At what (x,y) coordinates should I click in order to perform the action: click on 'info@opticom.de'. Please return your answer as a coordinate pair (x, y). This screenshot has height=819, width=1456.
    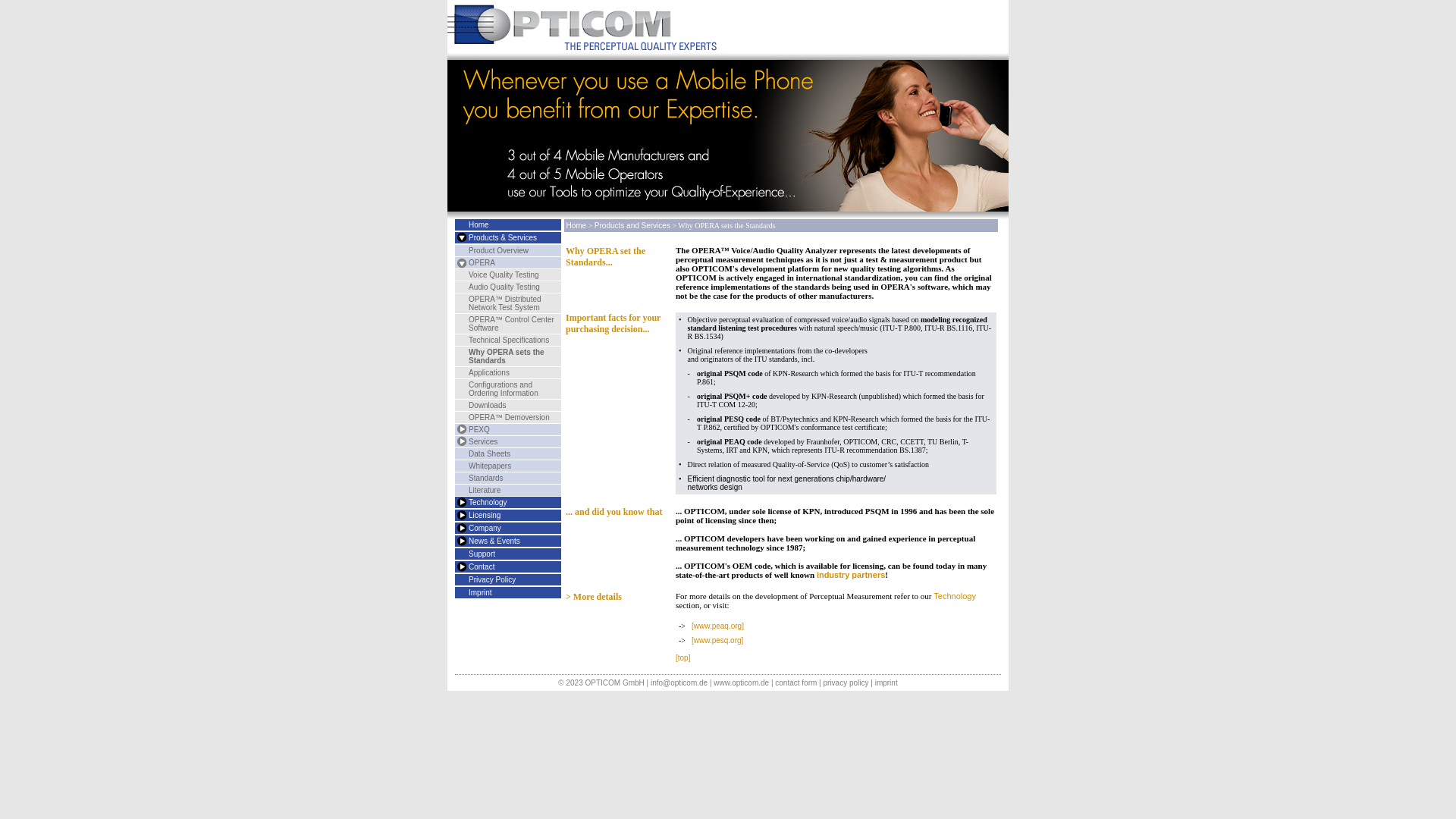
    Looking at the image, I should click on (651, 682).